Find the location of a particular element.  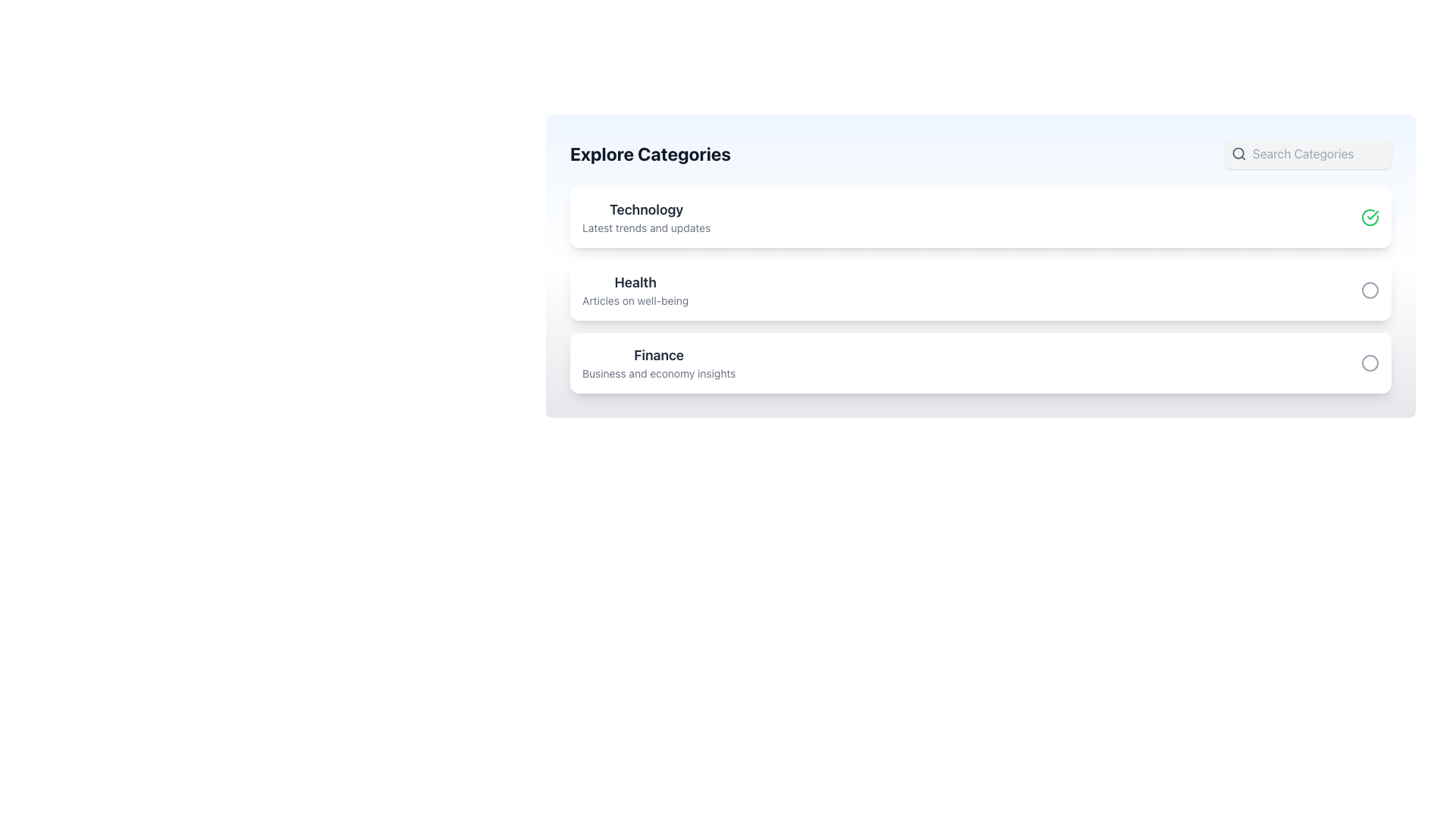

the circular icon with a gray border located at the far right of the 'Finance' section is located at coordinates (1370, 362).